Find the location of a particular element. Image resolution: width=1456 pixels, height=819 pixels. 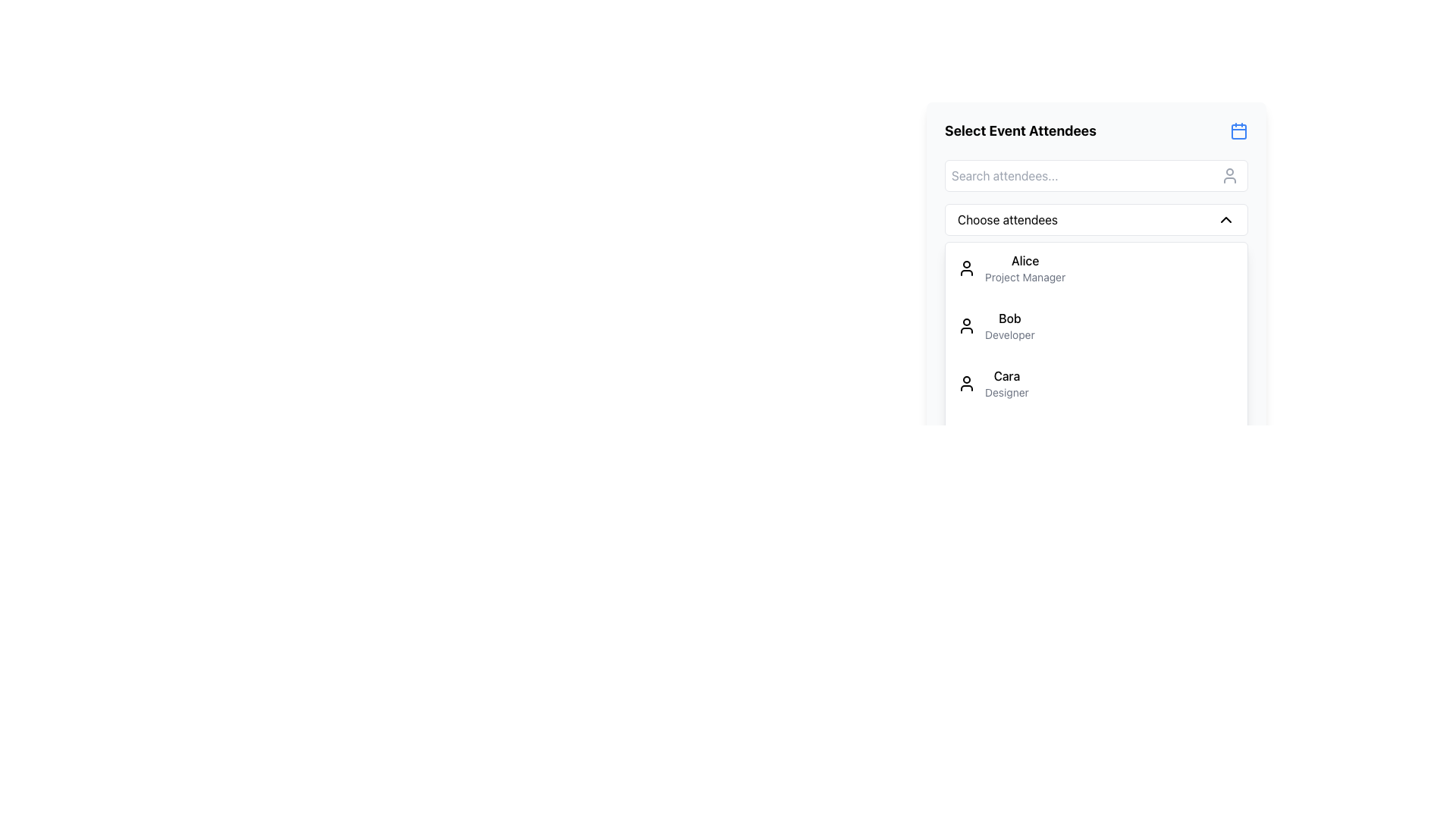

the first attendee label displaying their name and role, located directly under the 'Choose attendees' section is located at coordinates (1025, 268).